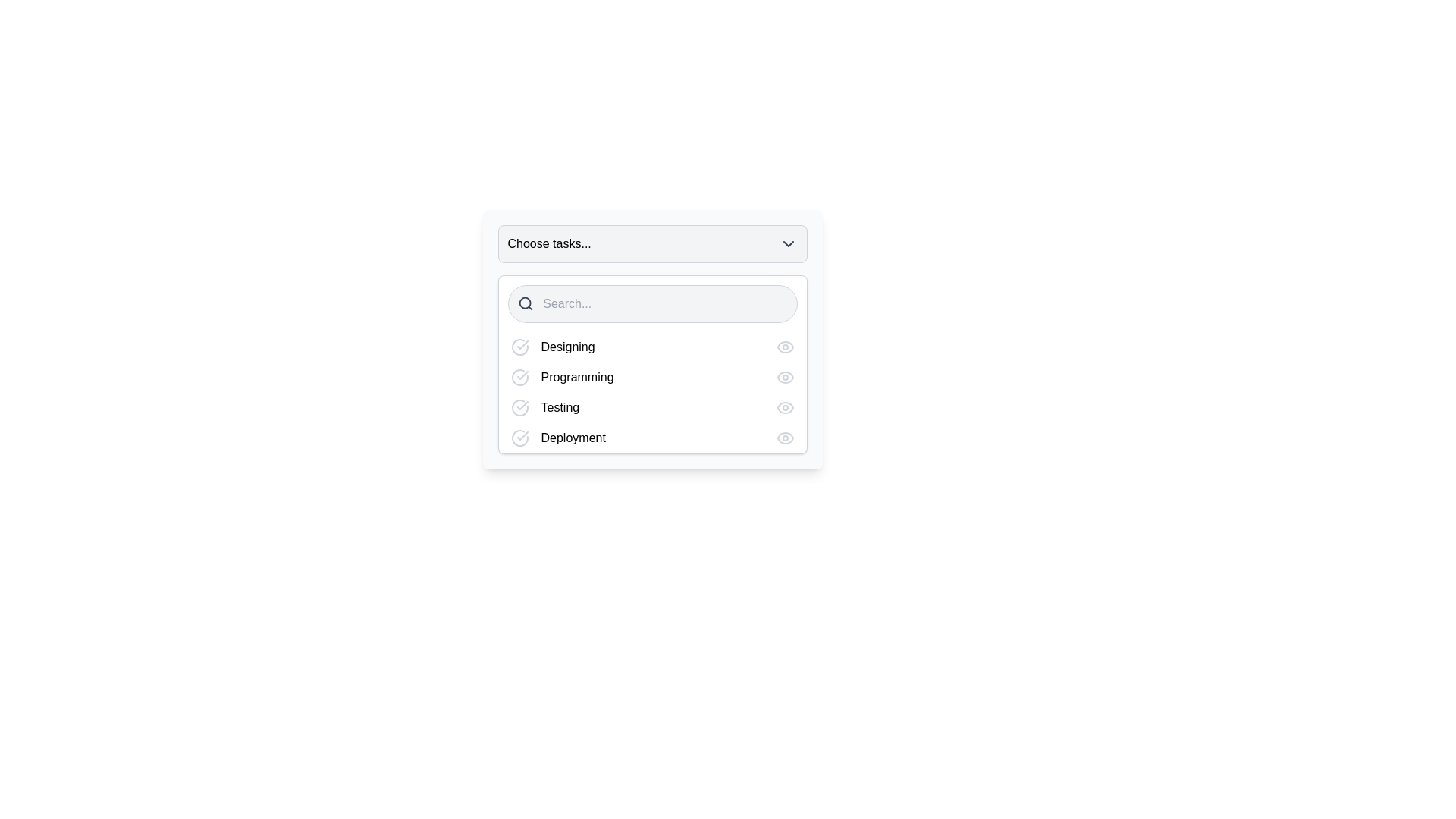 The height and width of the screenshot is (819, 1456). Describe the element at coordinates (652, 347) in the screenshot. I see `the first list item row labeled 'Designing'` at that location.